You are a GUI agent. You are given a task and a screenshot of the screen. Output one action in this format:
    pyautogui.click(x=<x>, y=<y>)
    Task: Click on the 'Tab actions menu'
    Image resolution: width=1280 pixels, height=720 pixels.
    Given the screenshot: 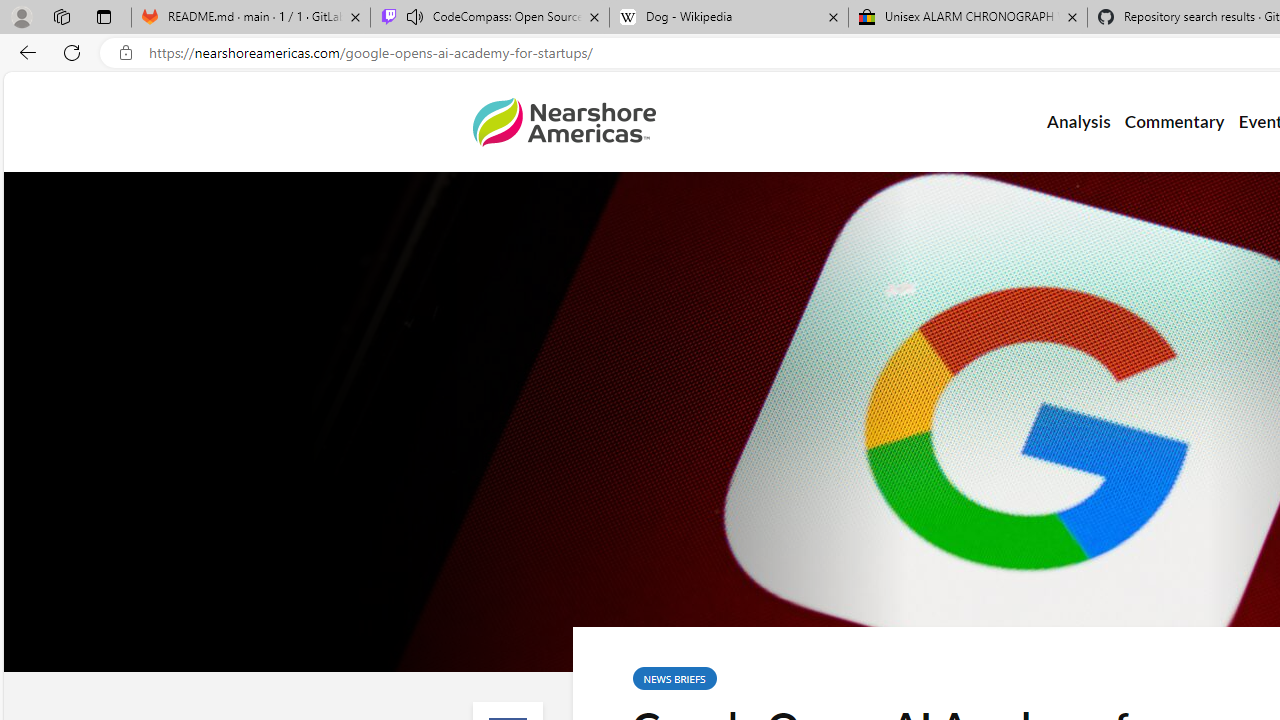 What is the action you would take?
    pyautogui.click(x=103, y=16)
    